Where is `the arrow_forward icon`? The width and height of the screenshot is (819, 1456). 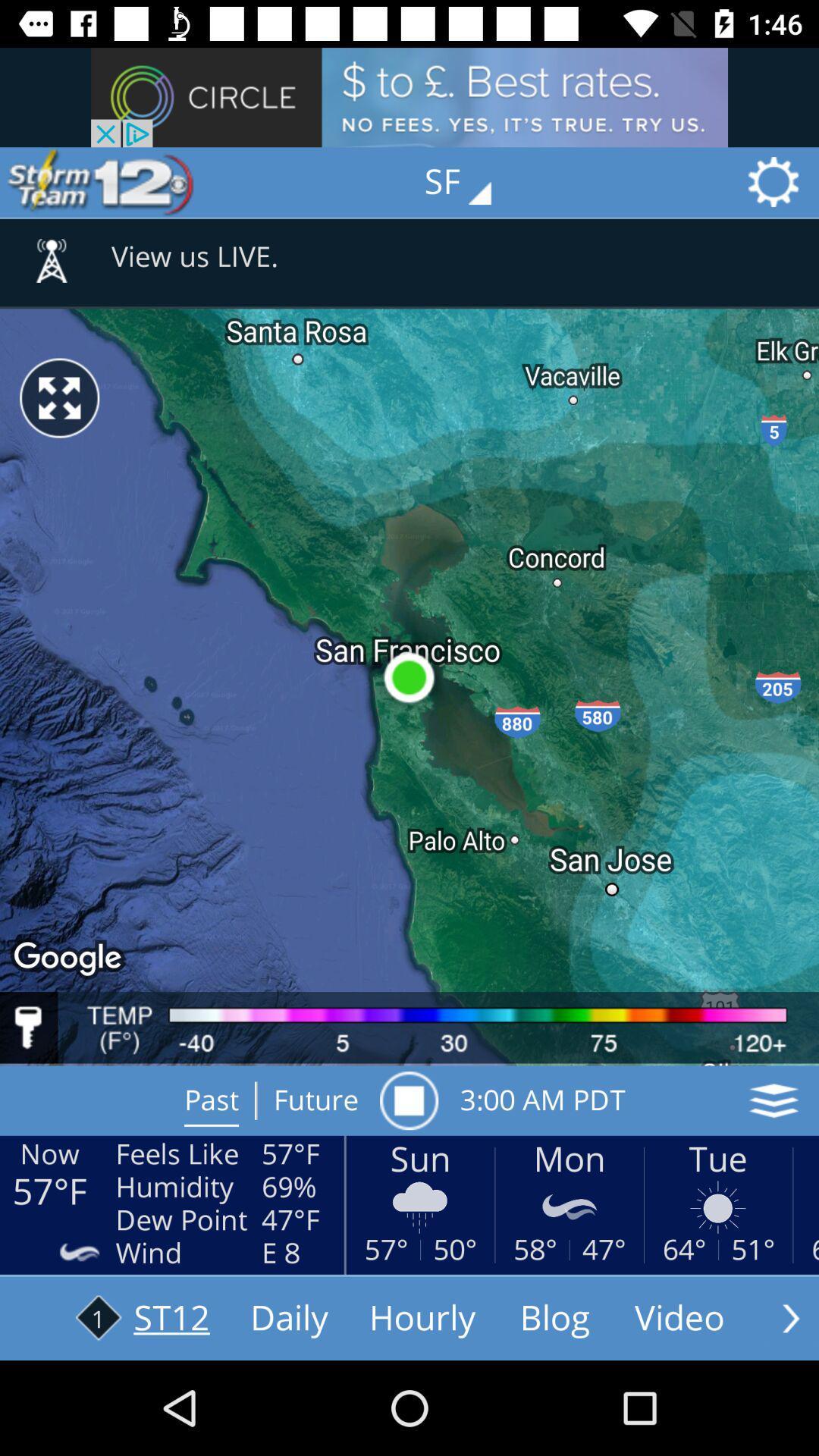 the arrow_forward icon is located at coordinates (790, 1317).